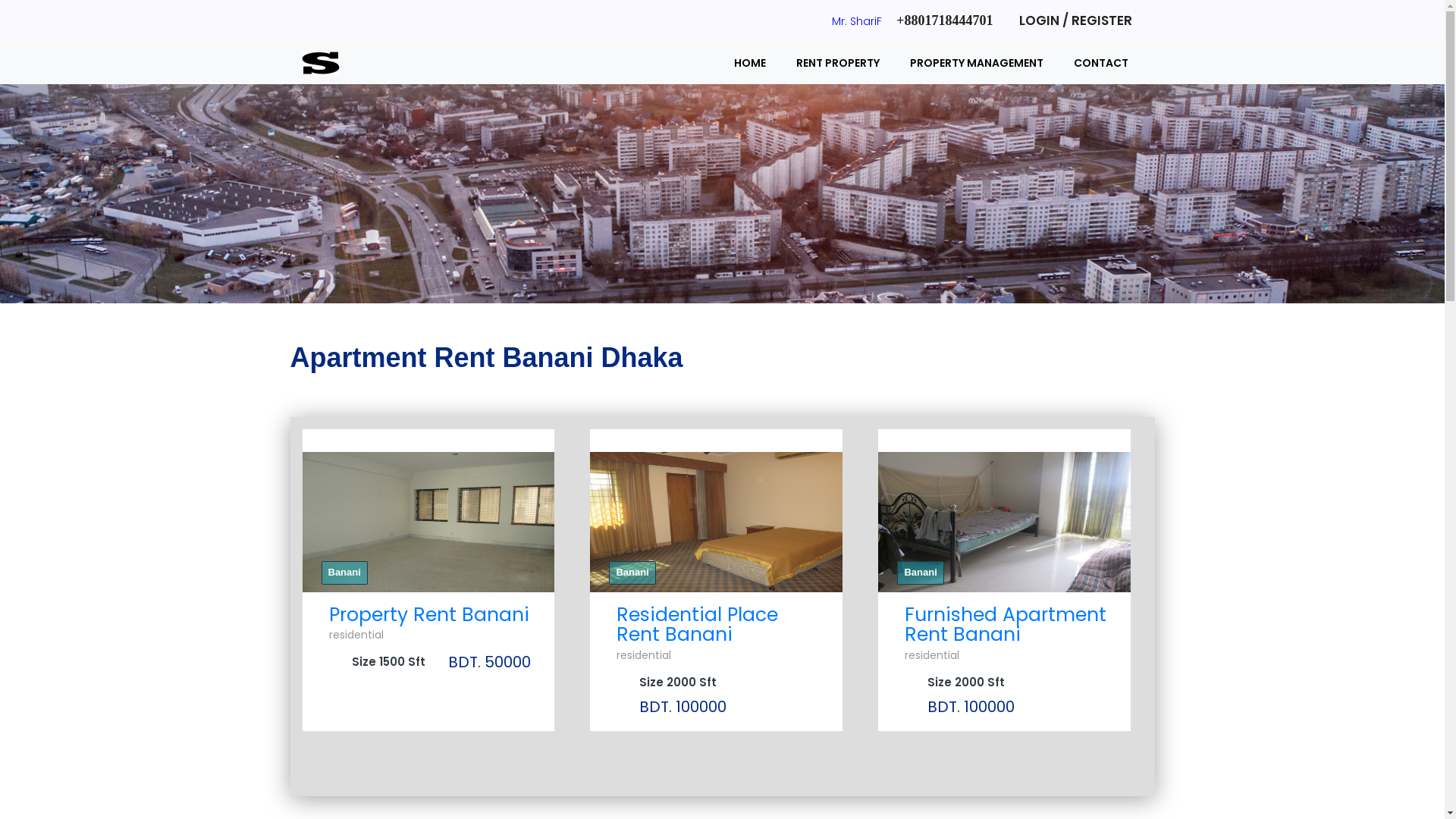 The image size is (1456, 819). What do you see at coordinates (1058, 62) in the screenshot?
I see `'CONTACT'` at bounding box center [1058, 62].